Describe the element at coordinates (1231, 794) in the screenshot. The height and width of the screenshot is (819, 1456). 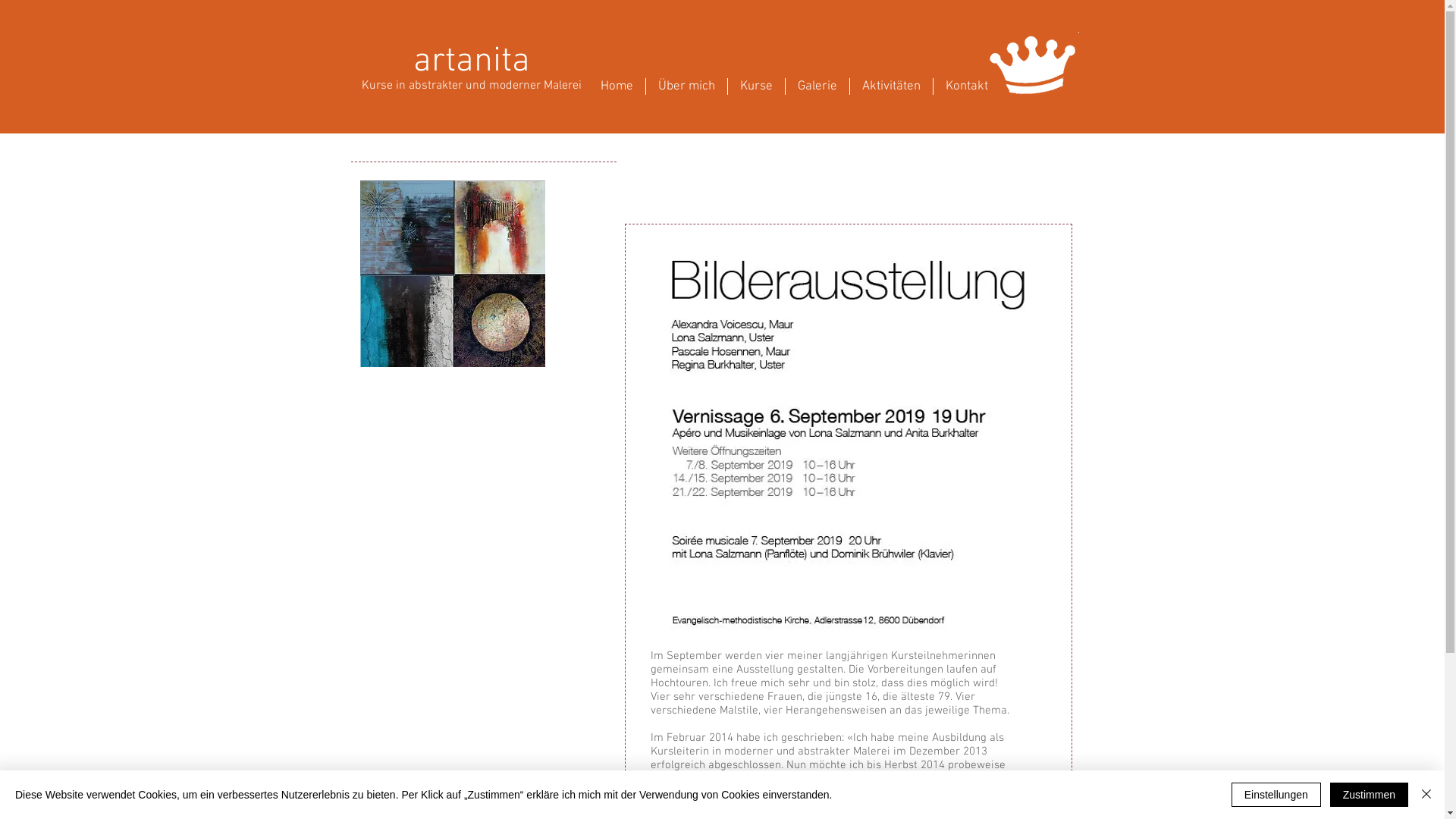
I see `'Einstellungen'` at that location.